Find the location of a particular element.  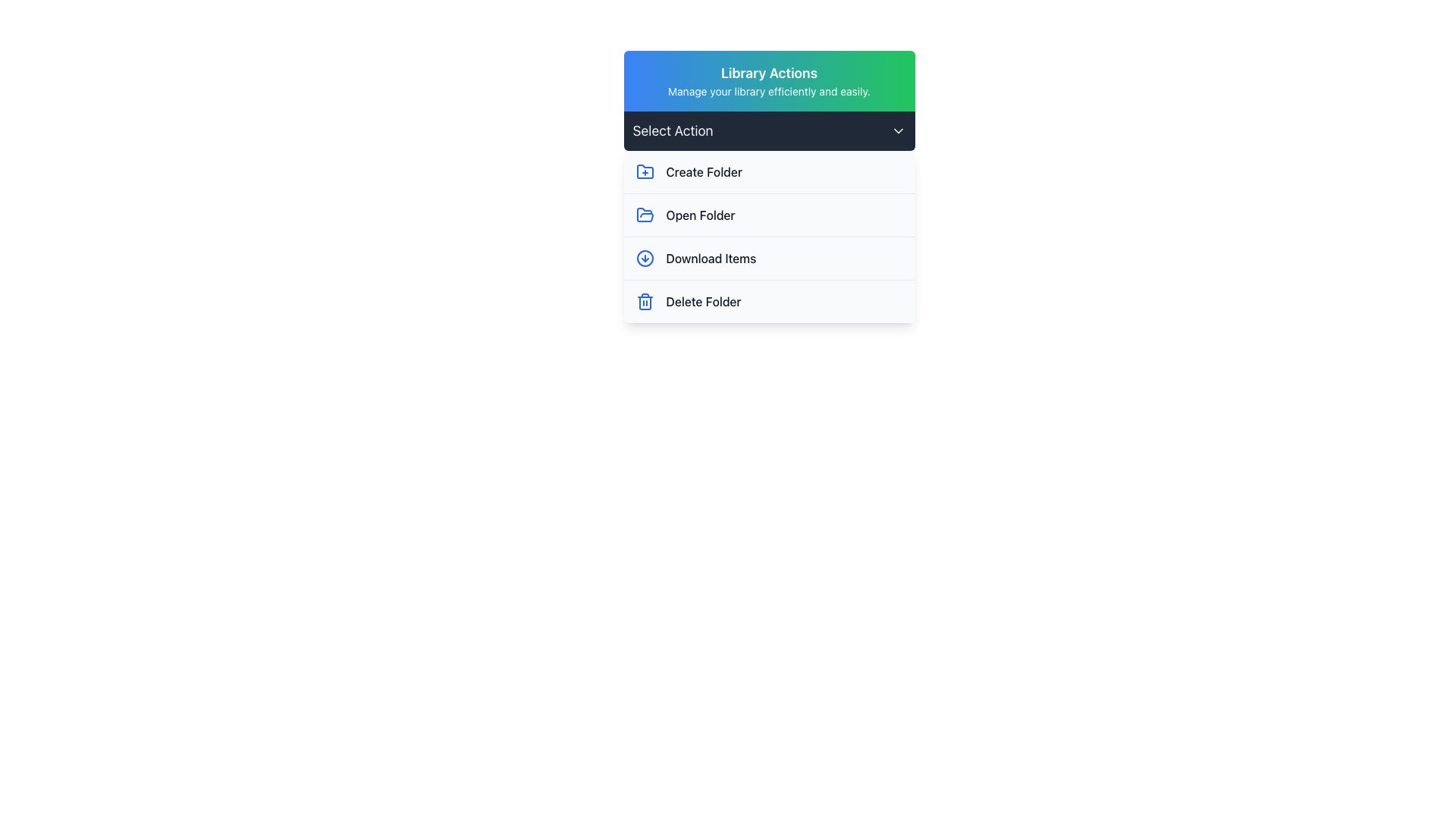

the blue circular outline with a downward-pointing arrow icon, which is part of the navigation dropdown under 'Download Items' is located at coordinates (645, 257).